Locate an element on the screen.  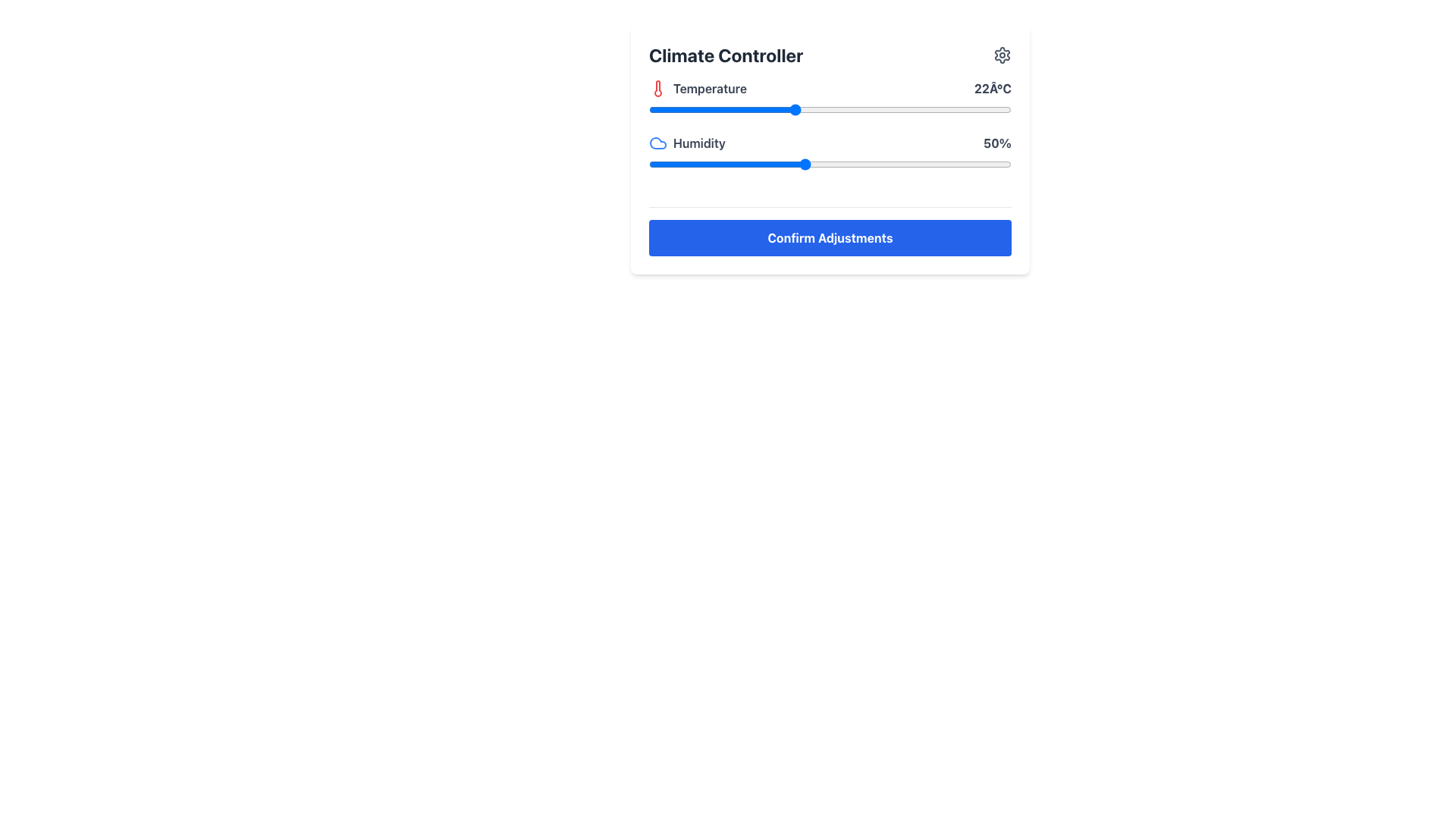
the 'Temperature' text label, which is a bold gray text aligned next to a red thermometer icon in the 'Climate Controller' panel is located at coordinates (709, 88).